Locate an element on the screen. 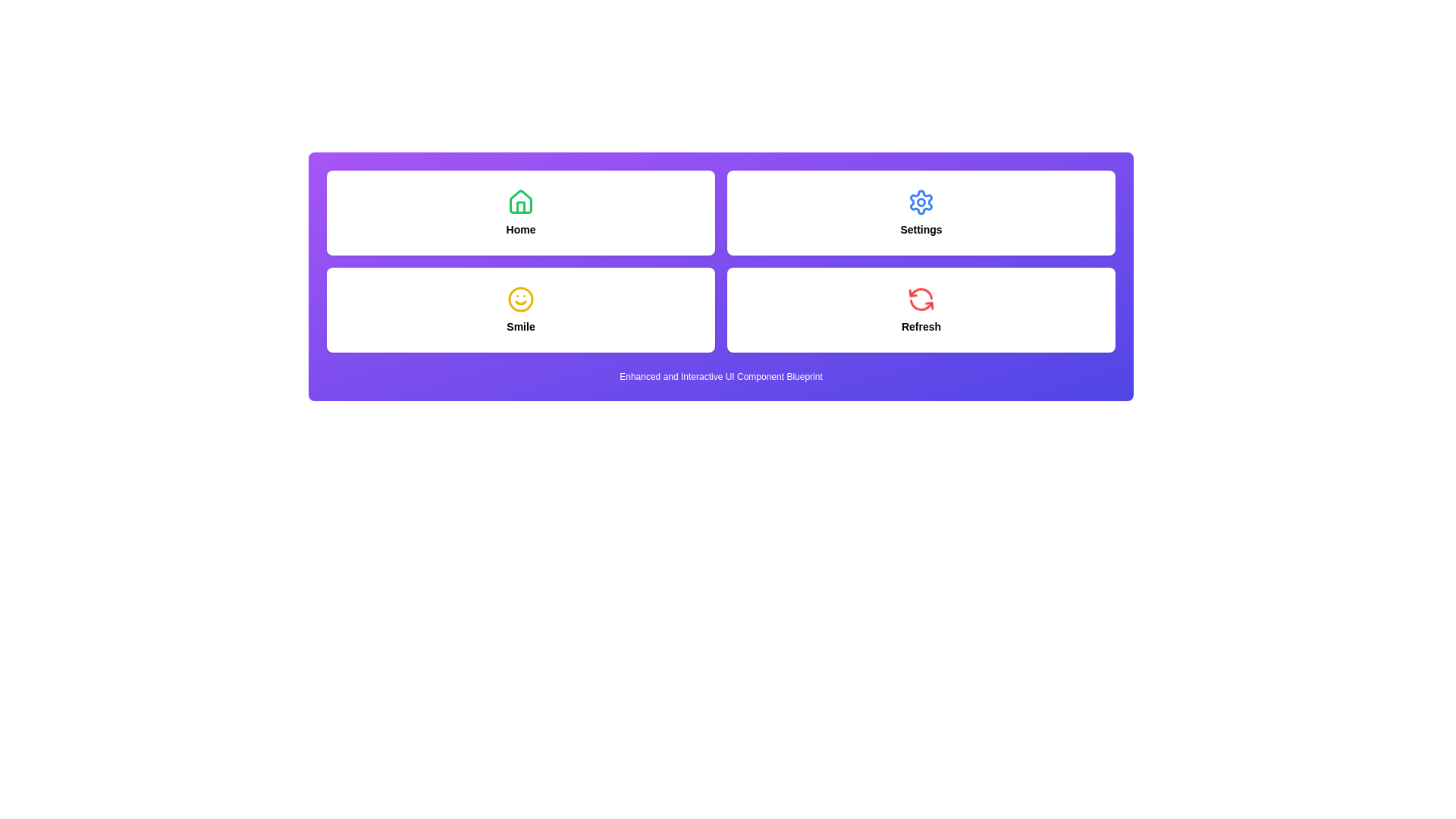 The width and height of the screenshot is (1456, 819). the green house-shaped icon located above the text 'Home' is located at coordinates (520, 201).